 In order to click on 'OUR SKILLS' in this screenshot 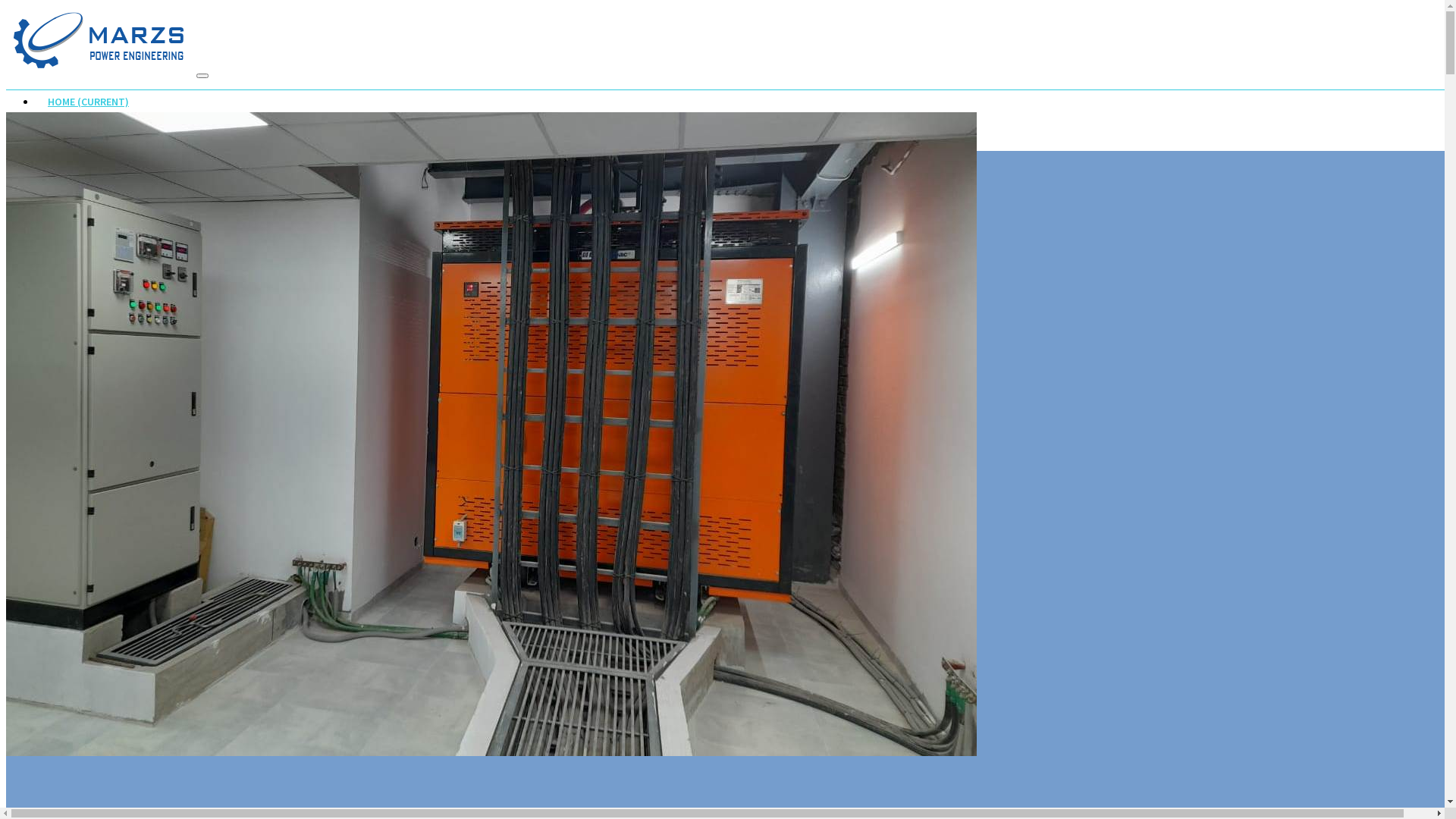, I will do `click(36, 130)`.